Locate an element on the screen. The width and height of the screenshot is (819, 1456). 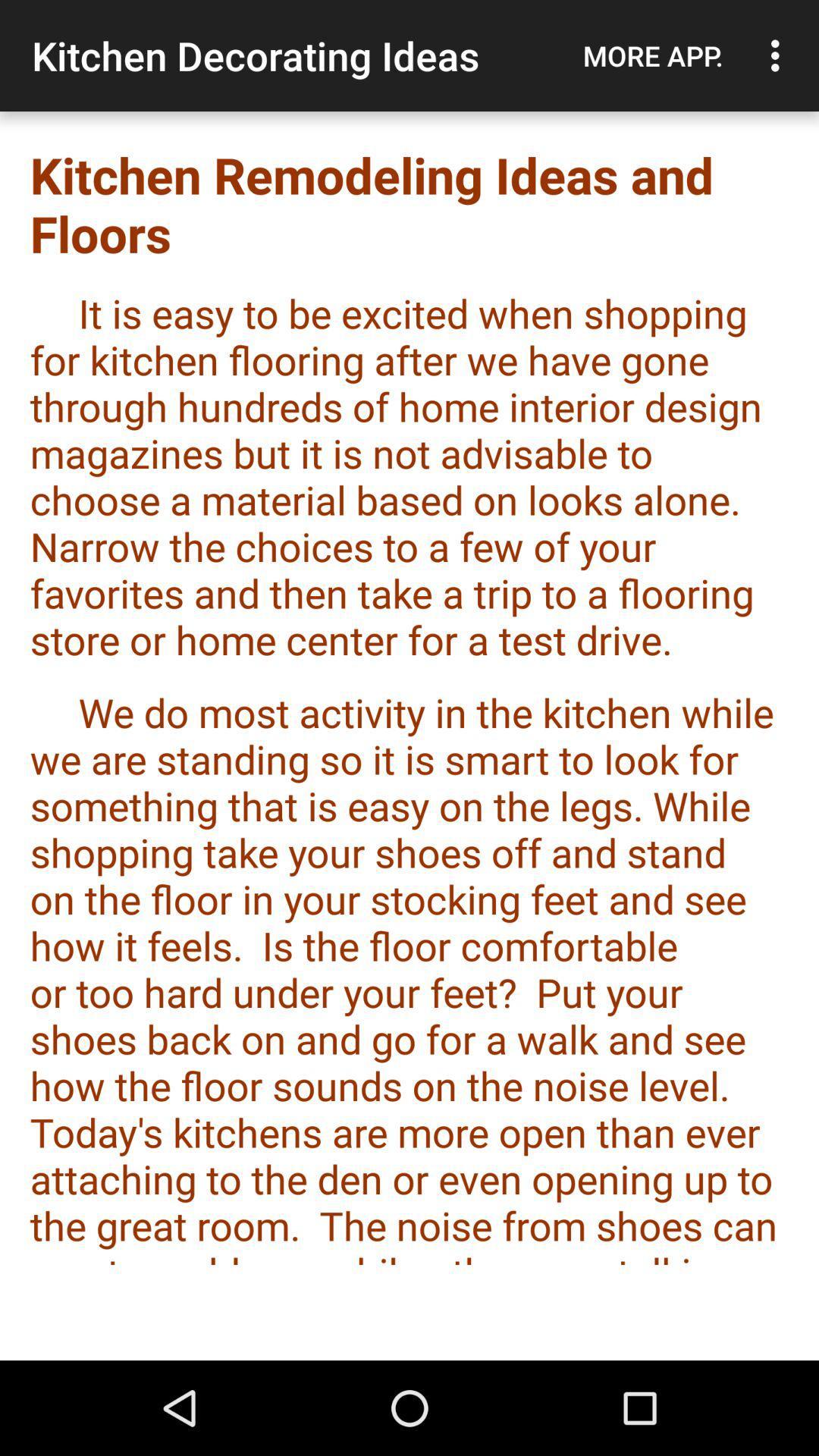
the icon above the kitchen remodeling ideas icon is located at coordinates (652, 55).